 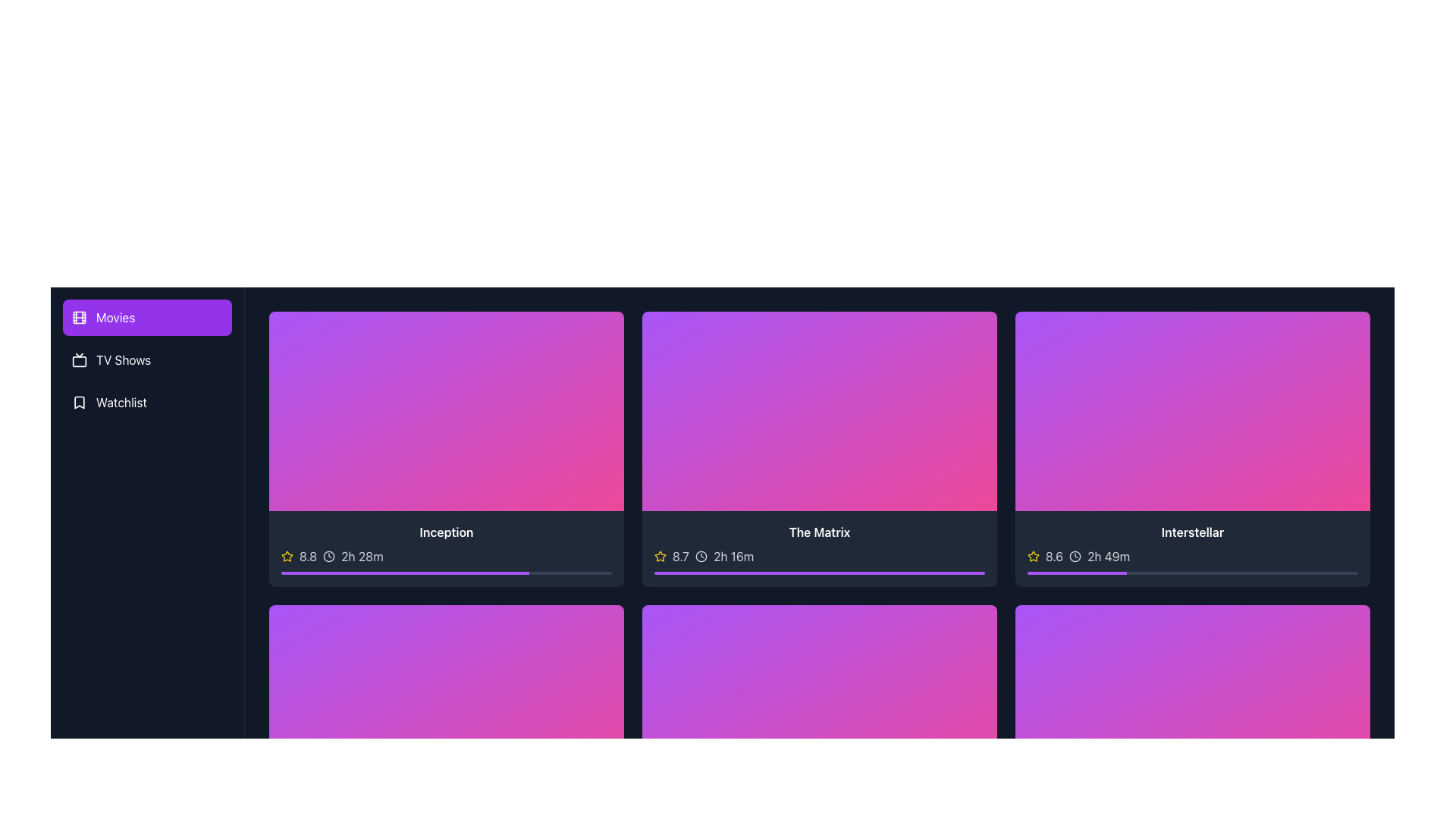 I want to click on the bookmark button located in the top-right corner of the 'Interstellar' media card to bookmark the item for later access, so click(x=1351, y=329).